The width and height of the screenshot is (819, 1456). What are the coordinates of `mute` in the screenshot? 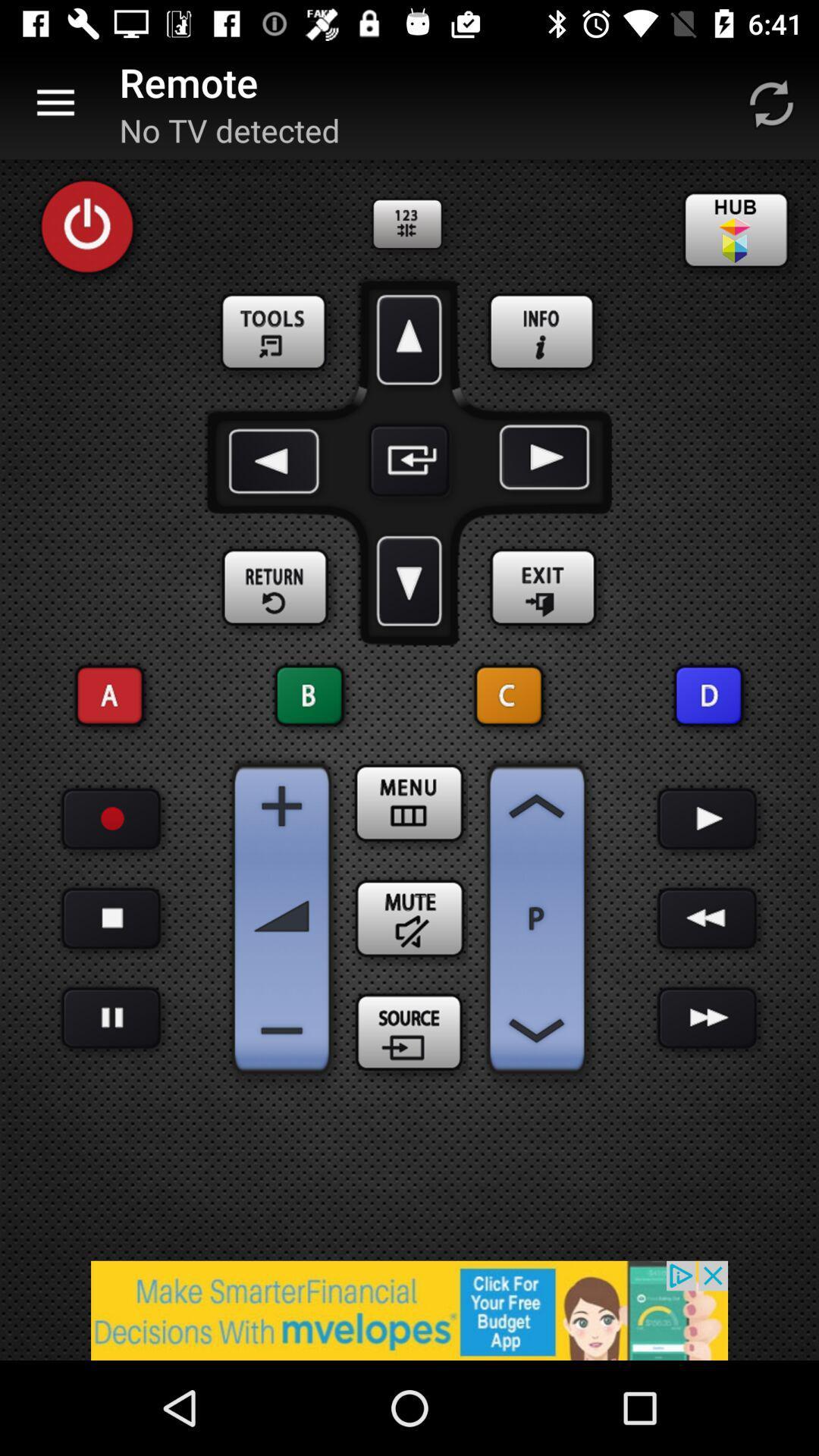 It's located at (409, 918).